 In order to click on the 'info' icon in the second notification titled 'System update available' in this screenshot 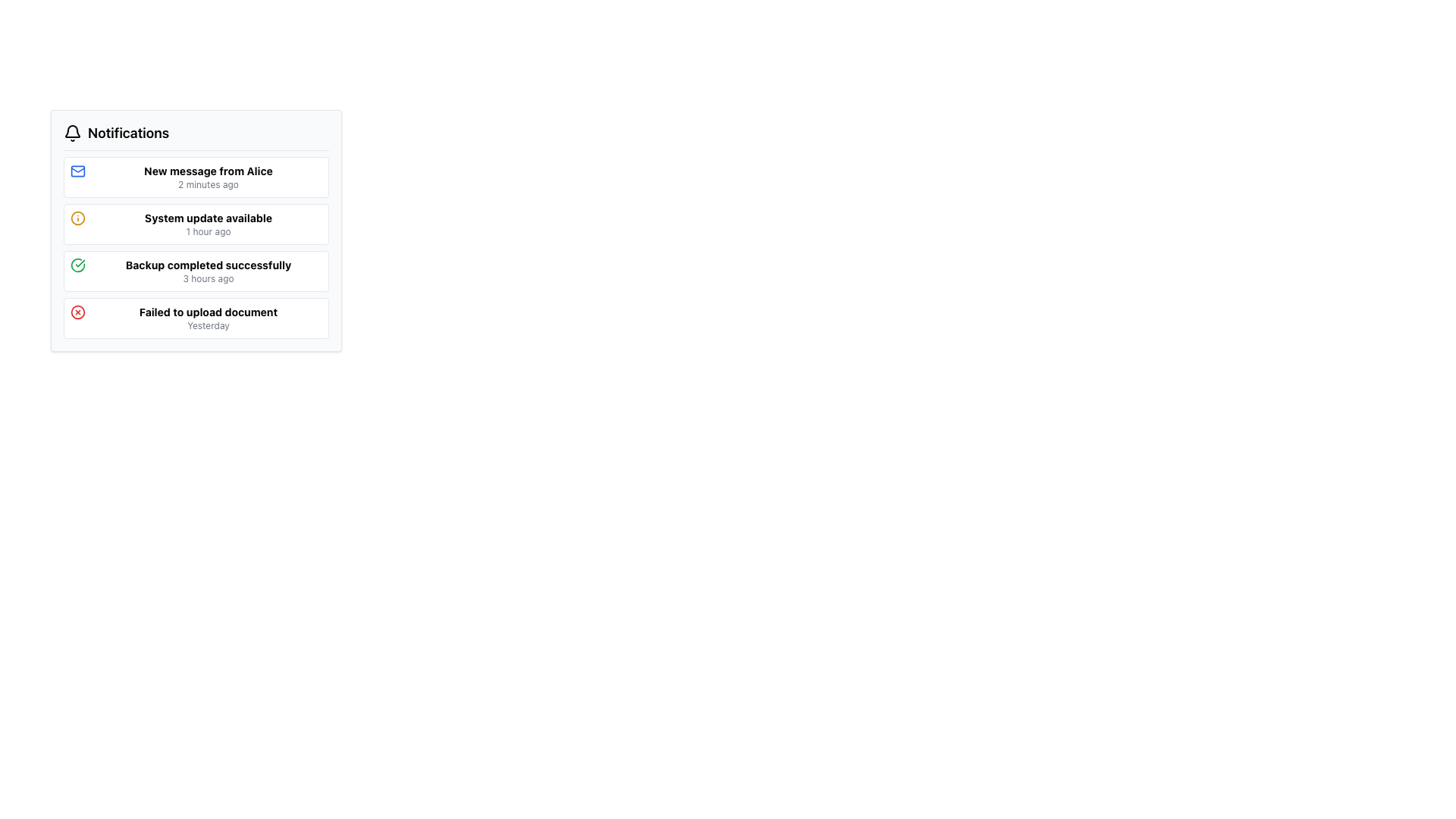, I will do `click(77, 218)`.